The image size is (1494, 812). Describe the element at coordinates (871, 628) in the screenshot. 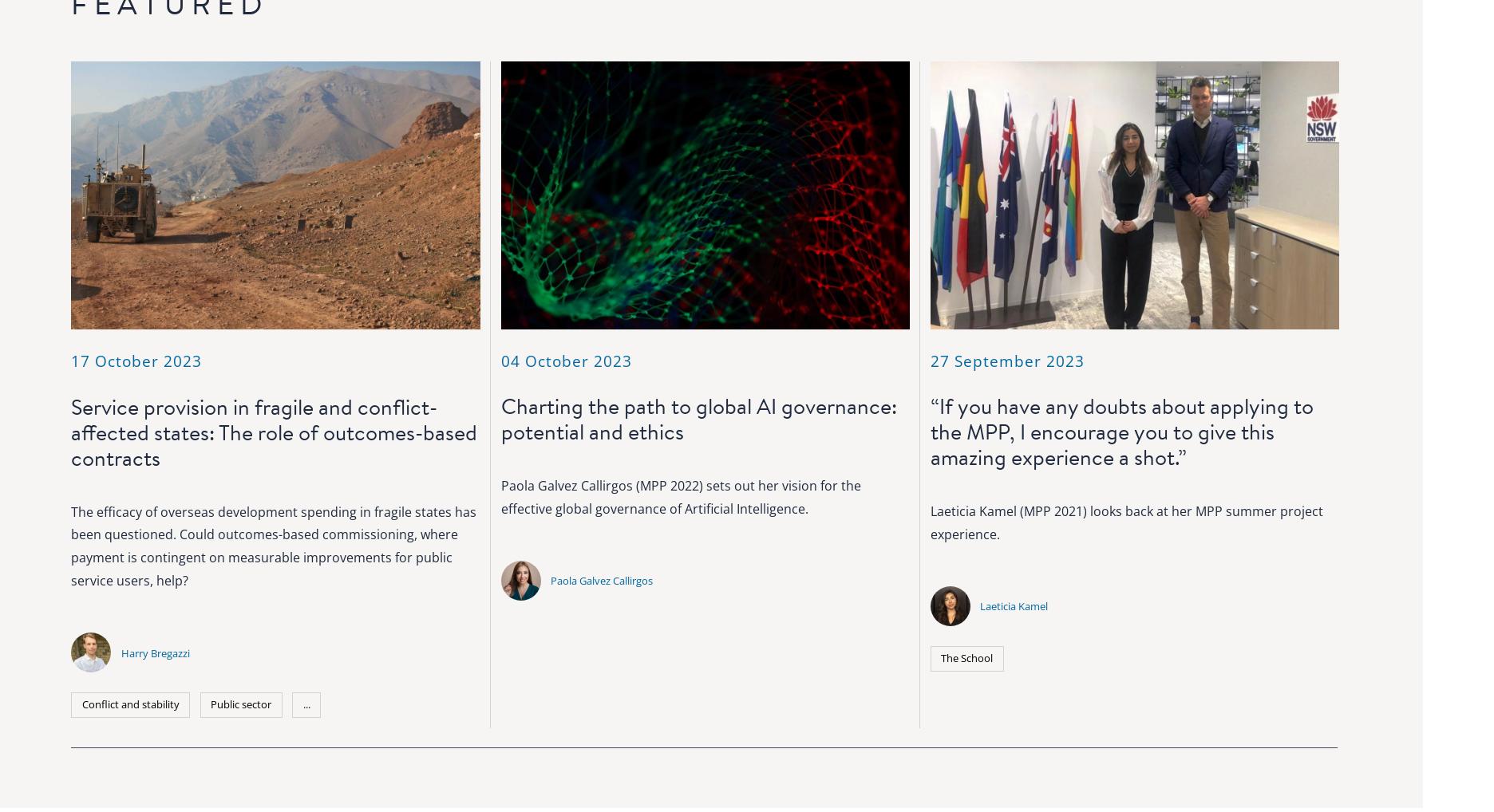

I see `'Contact us'` at that location.